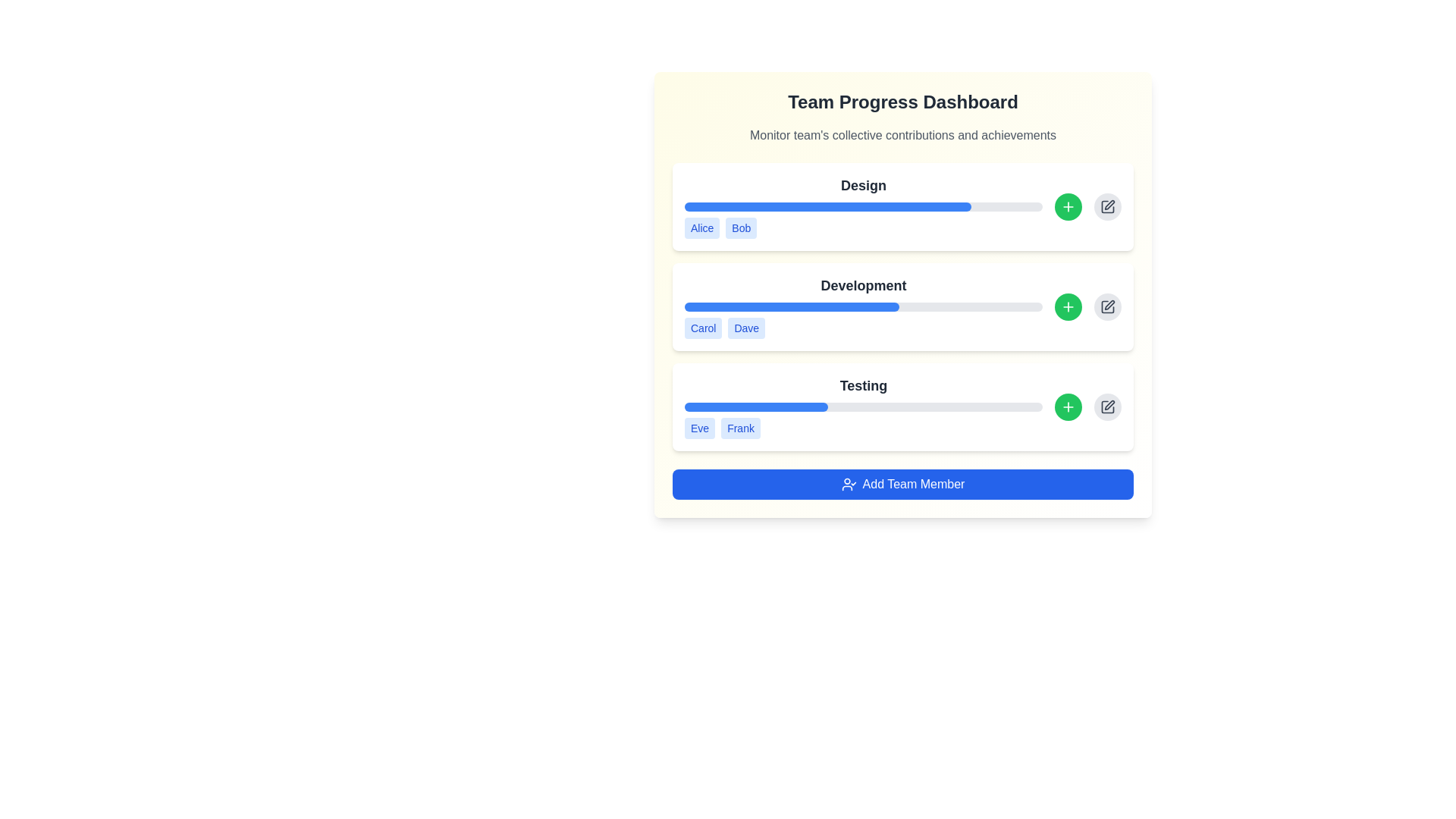  I want to click on the edit button located at the right edge of the 'Design' category block, so click(1107, 207).